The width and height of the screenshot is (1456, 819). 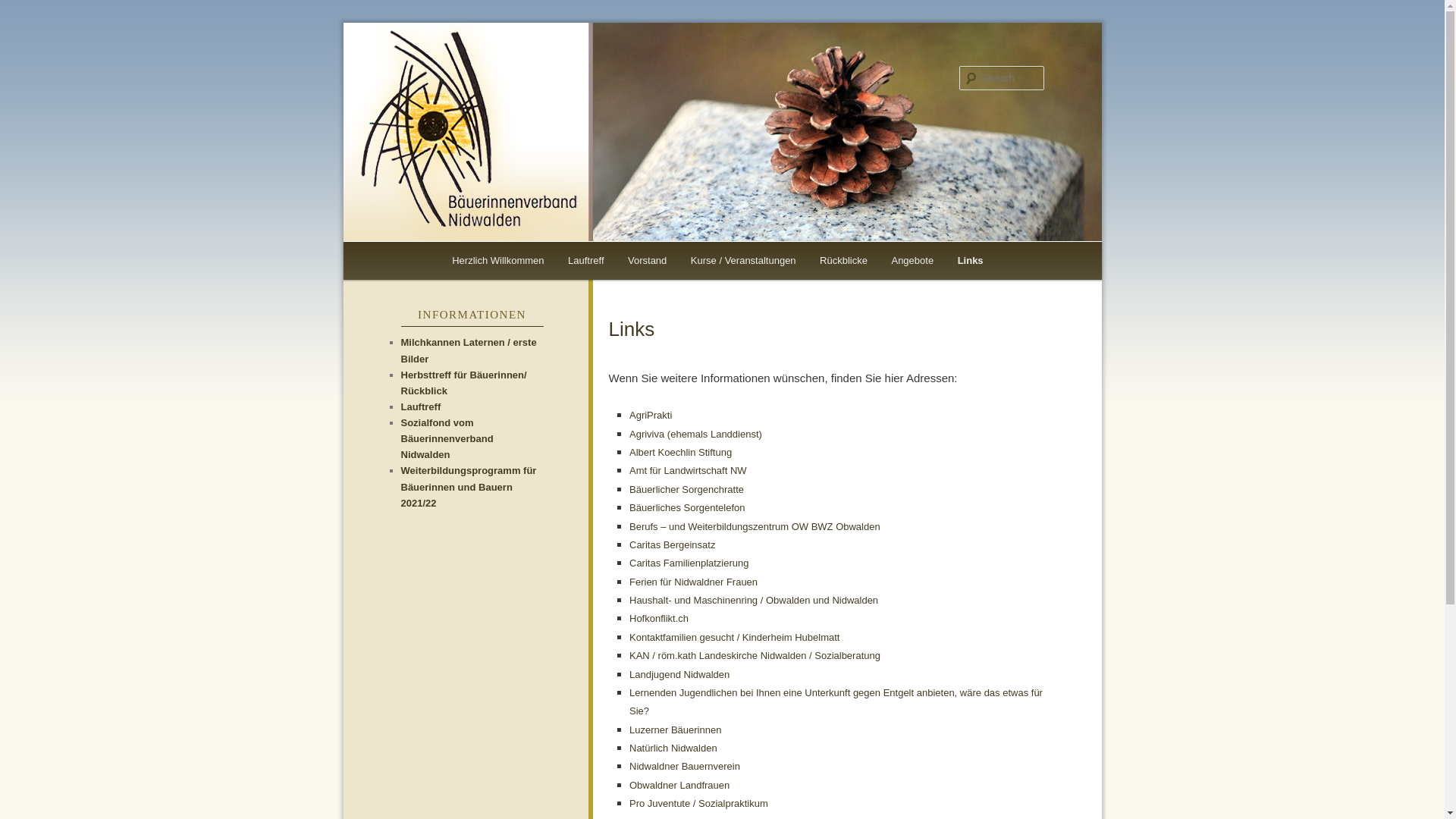 What do you see at coordinates (698, 802) in the screenshot?
I see `'Pro Juventute / Sozialpraktikum'` at bounding box center [698, 802].